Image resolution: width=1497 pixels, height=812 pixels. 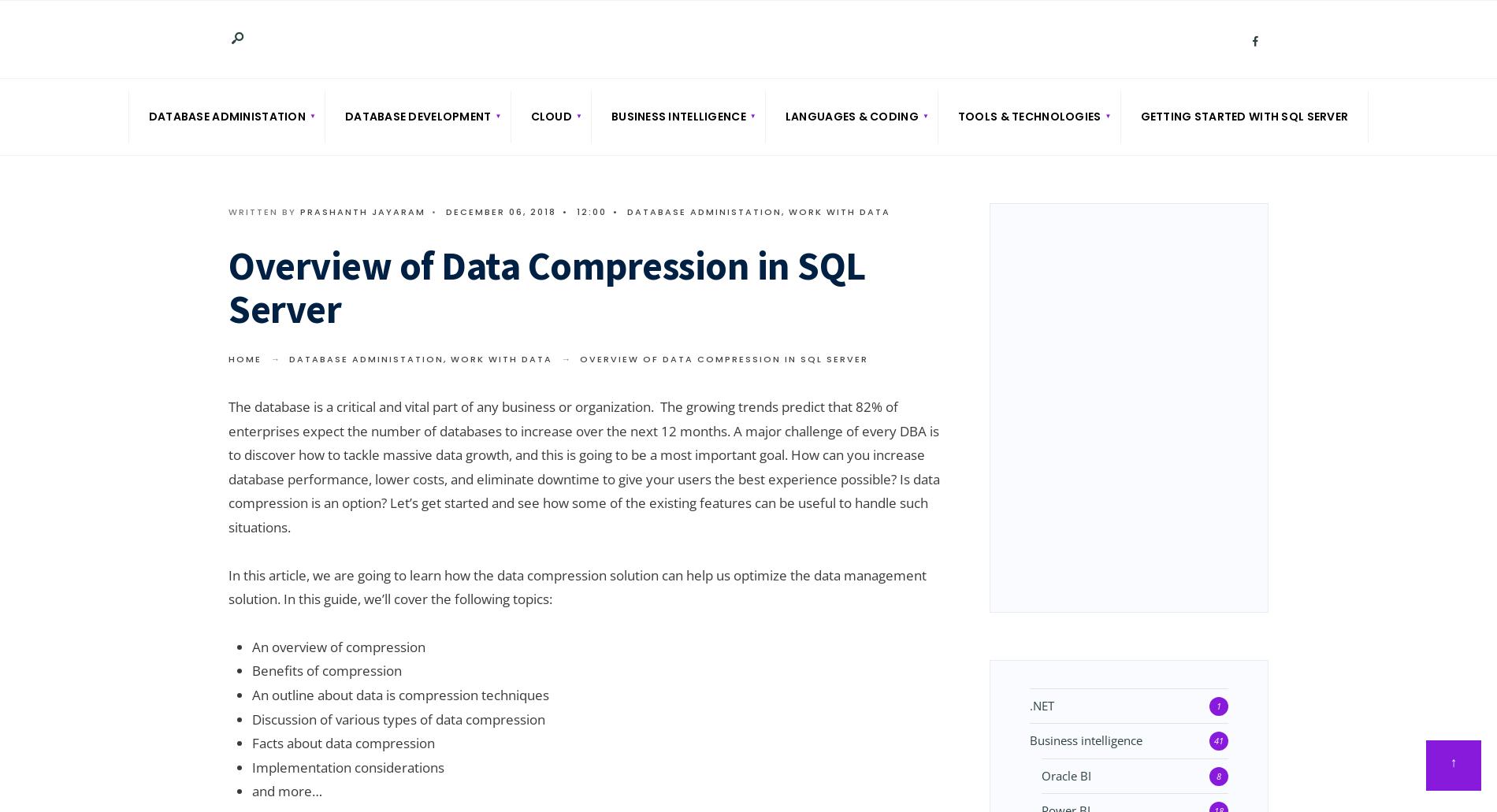 What do you see at coordinates (1218, 740) in the screenshot?
I see `'41'` at bounding box center [1218, 740].